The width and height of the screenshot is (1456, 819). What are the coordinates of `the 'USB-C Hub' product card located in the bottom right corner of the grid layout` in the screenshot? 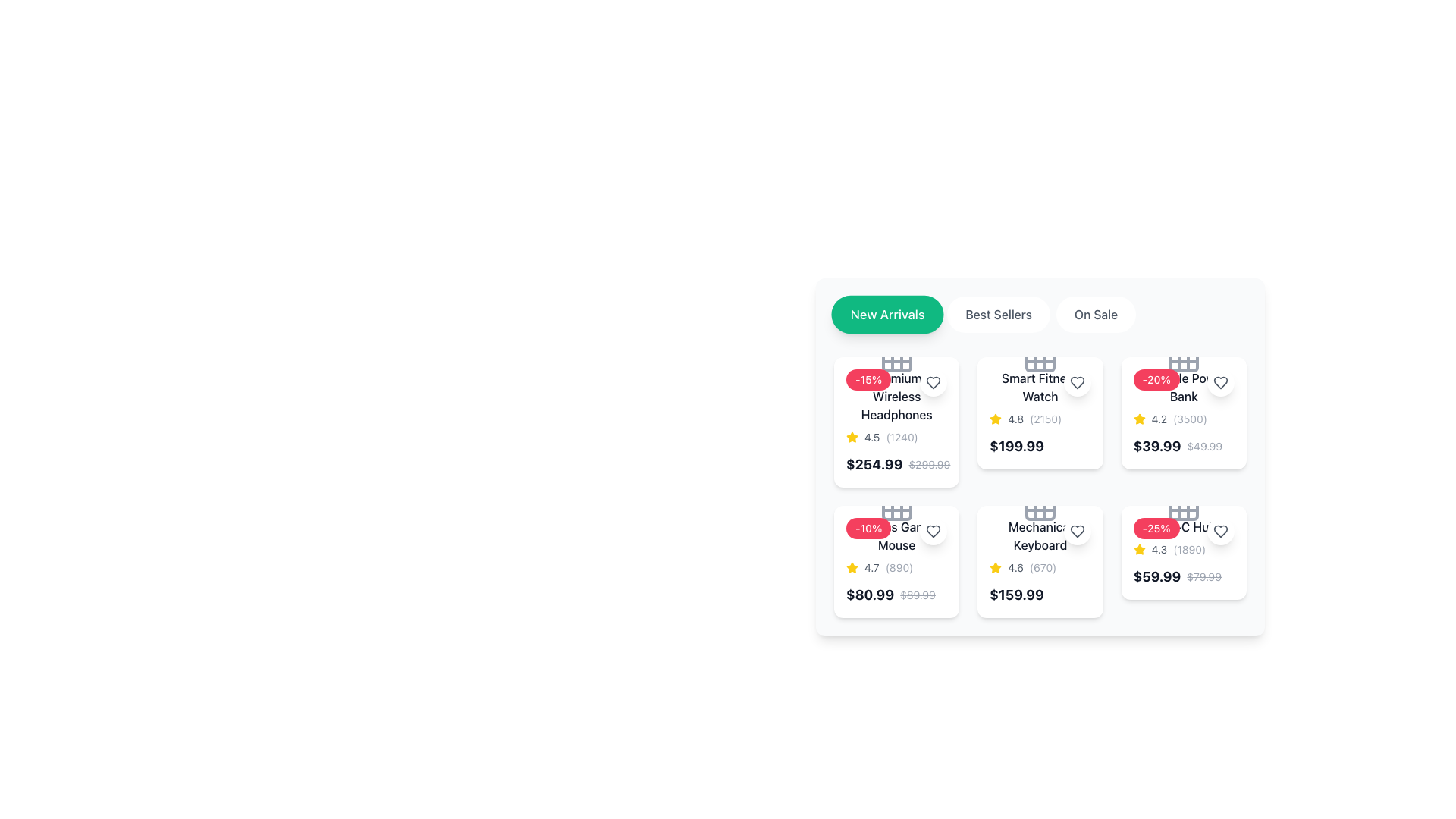 It's located at (1183, 561).